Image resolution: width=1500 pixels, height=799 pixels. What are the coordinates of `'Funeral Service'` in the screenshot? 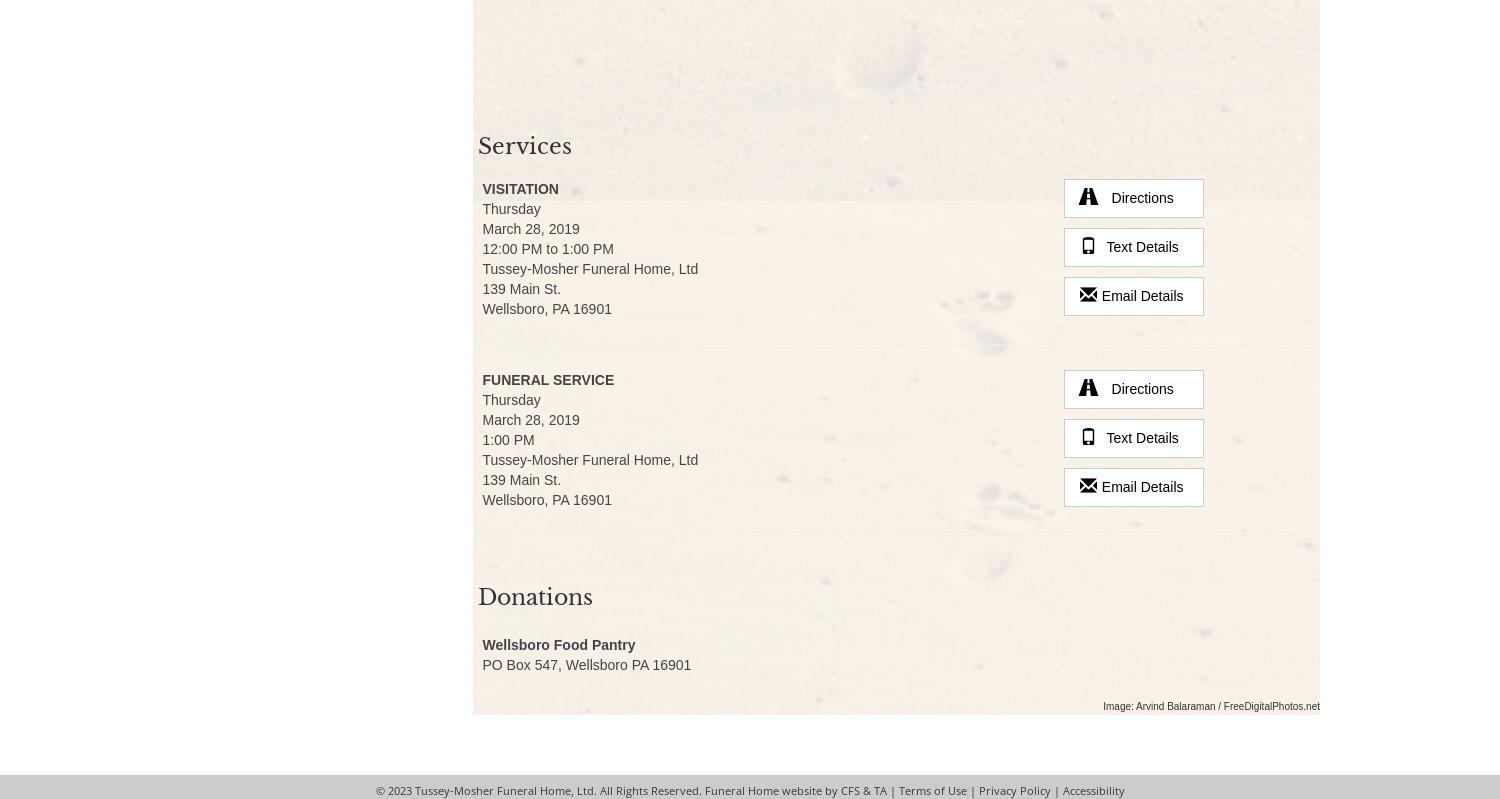 It's located at (547, 380).